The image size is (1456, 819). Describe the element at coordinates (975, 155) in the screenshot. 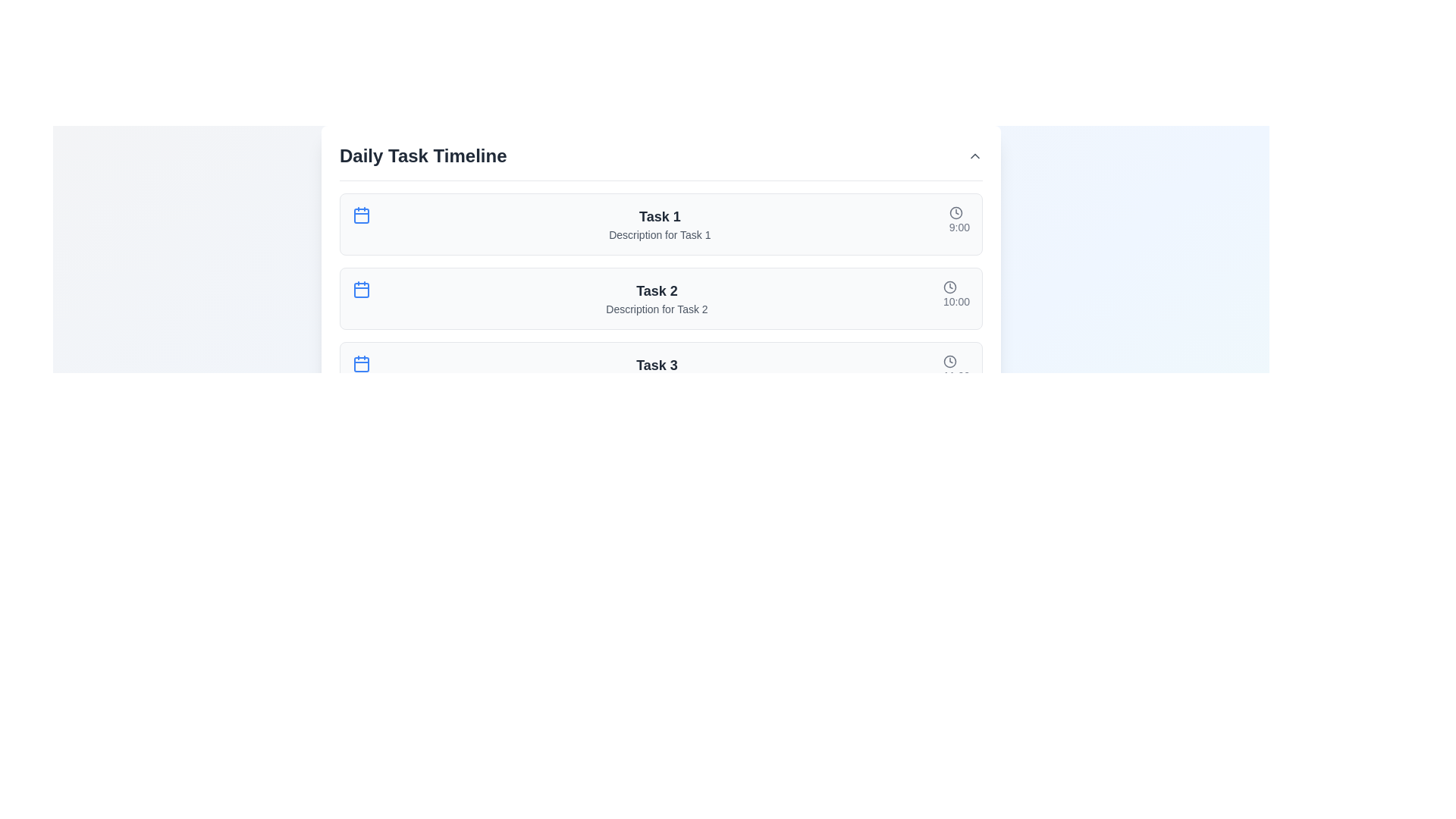

I see `toggle button to change the visibility of the task list` at that location.